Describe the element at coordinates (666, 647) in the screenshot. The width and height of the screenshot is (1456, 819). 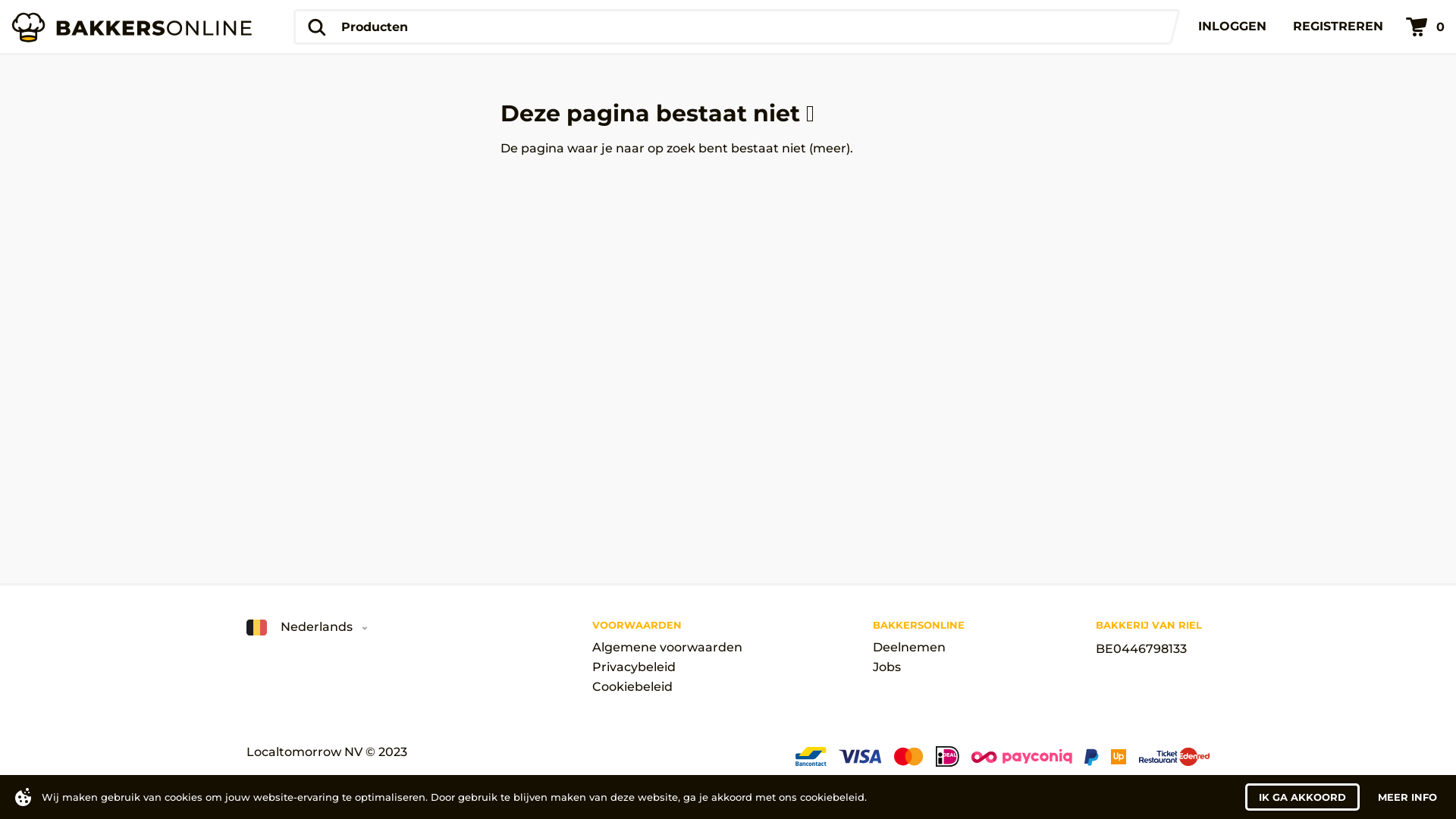
I see `'Algemene voorwaarden'` at that location.